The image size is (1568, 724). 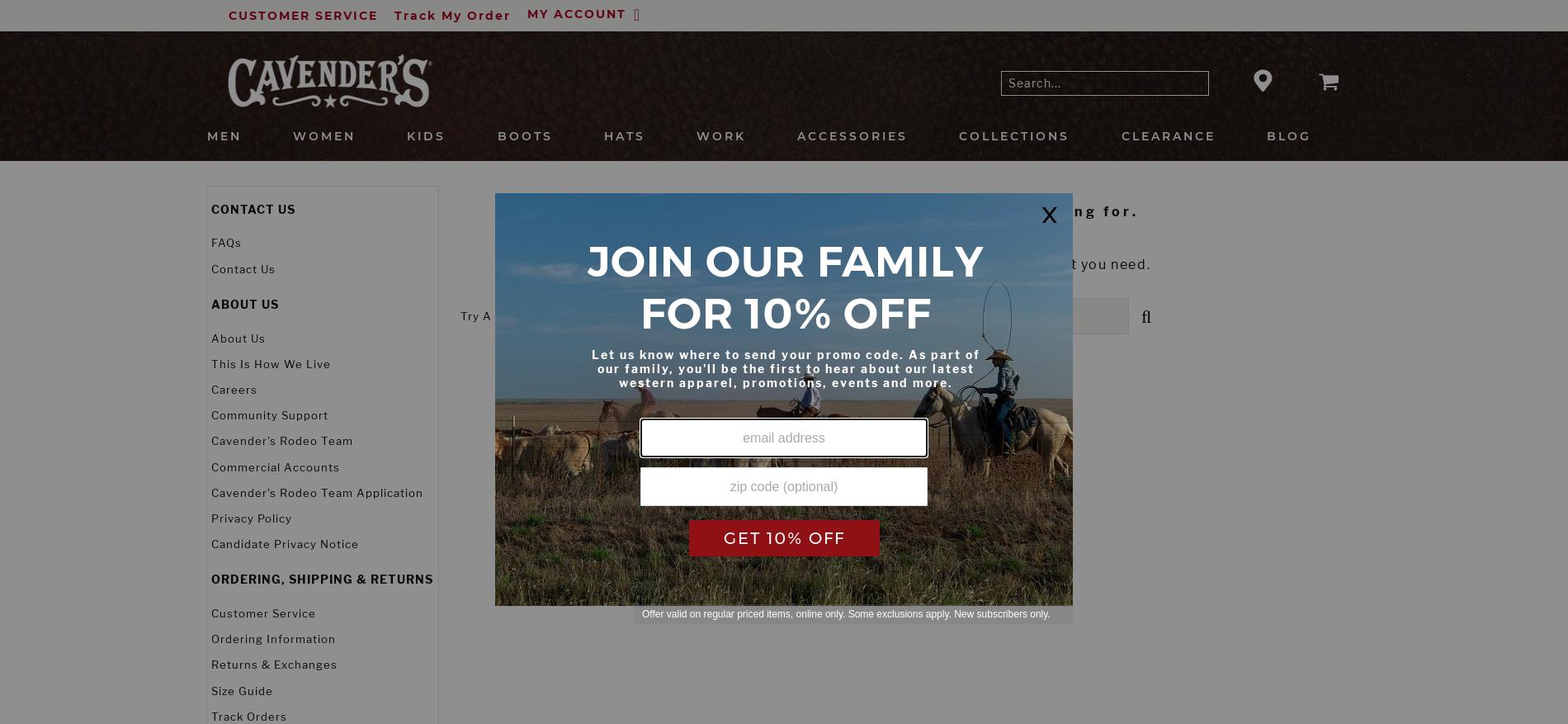 I want to click on 'Clearance', so click(x=1166, y=135).